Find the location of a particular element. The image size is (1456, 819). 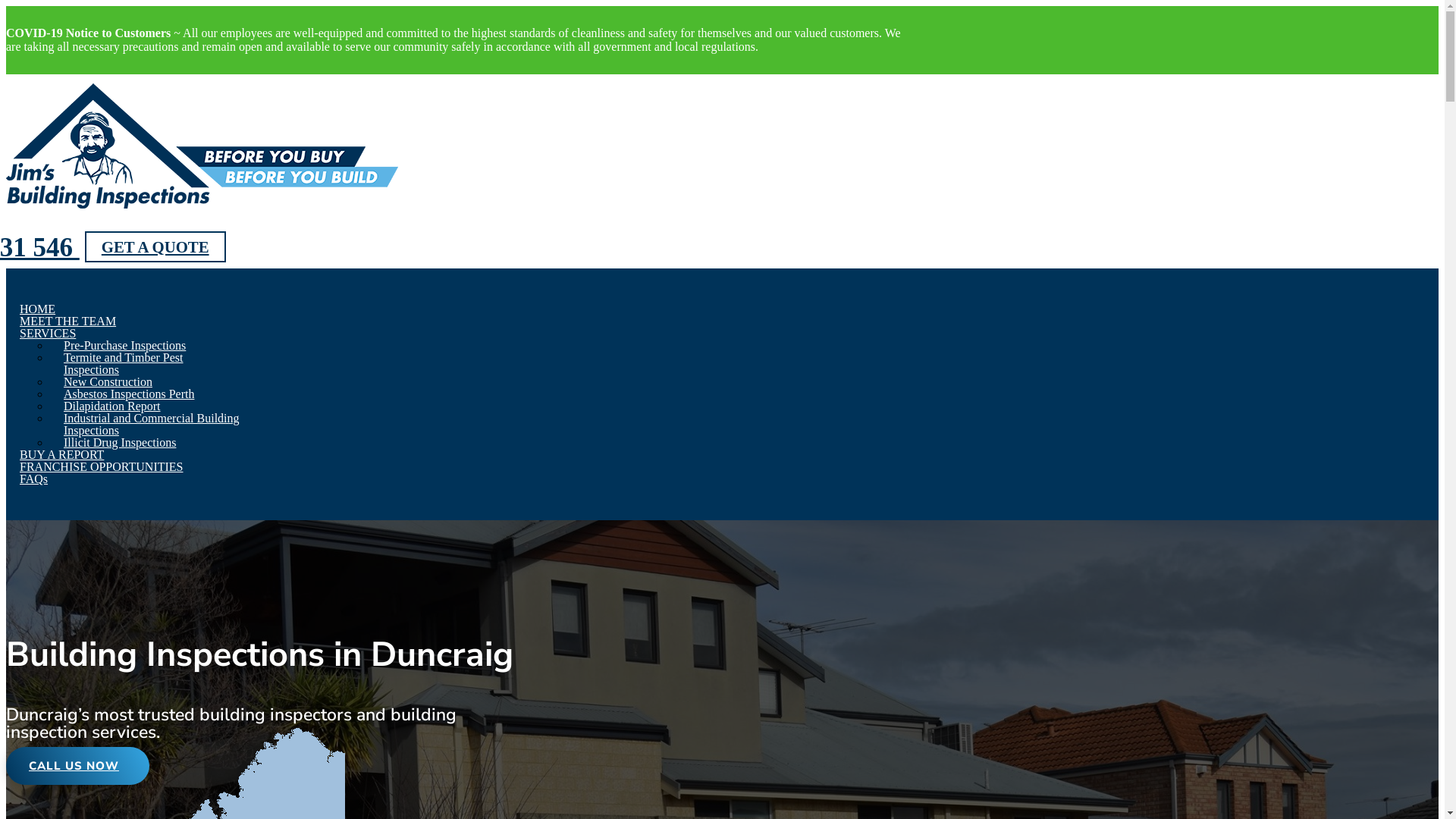

'Illicit Drug Inspections' is located at coordinates (119, 442).